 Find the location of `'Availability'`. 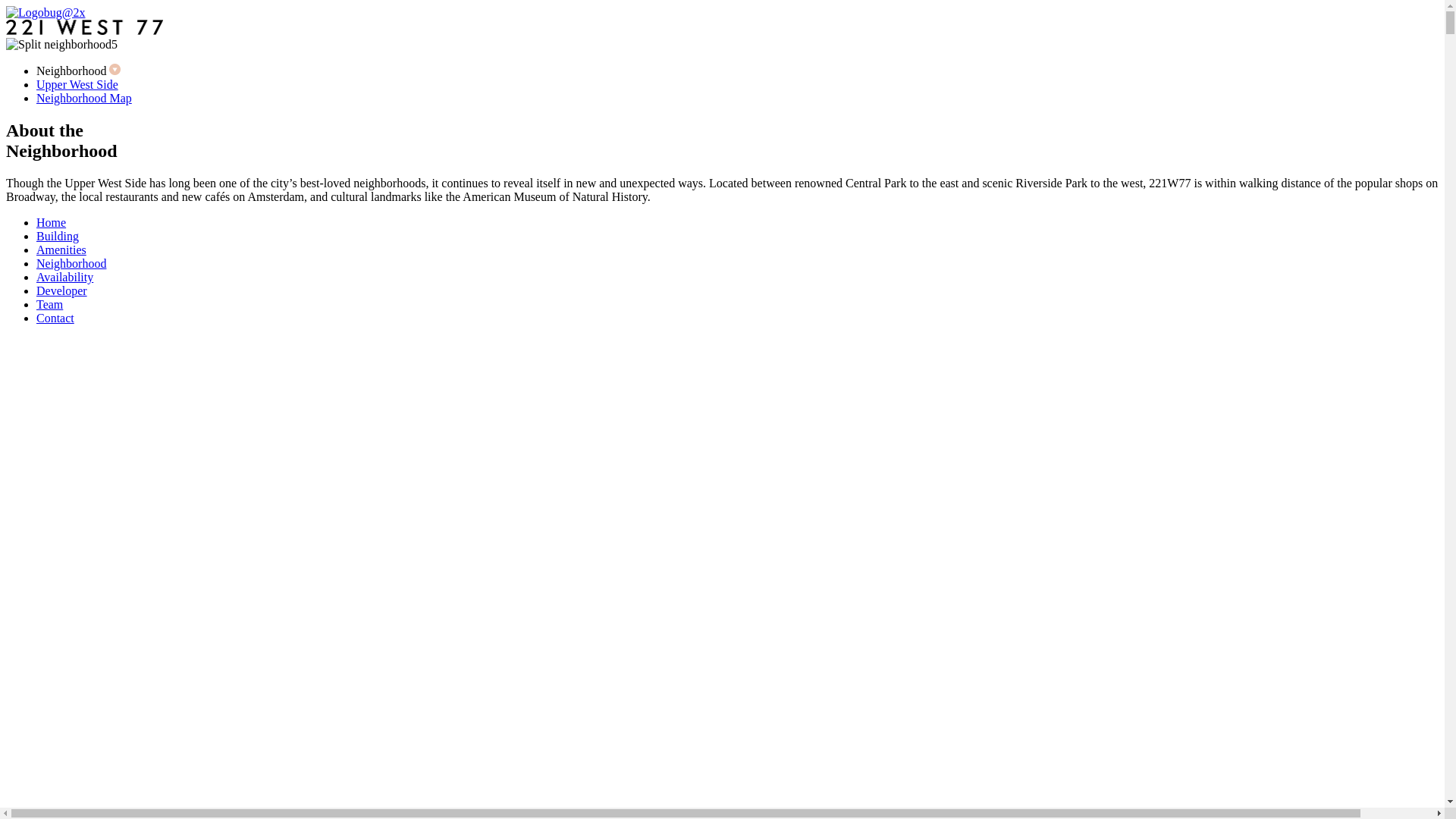

'Availability' is located at coordinates (64, 277).